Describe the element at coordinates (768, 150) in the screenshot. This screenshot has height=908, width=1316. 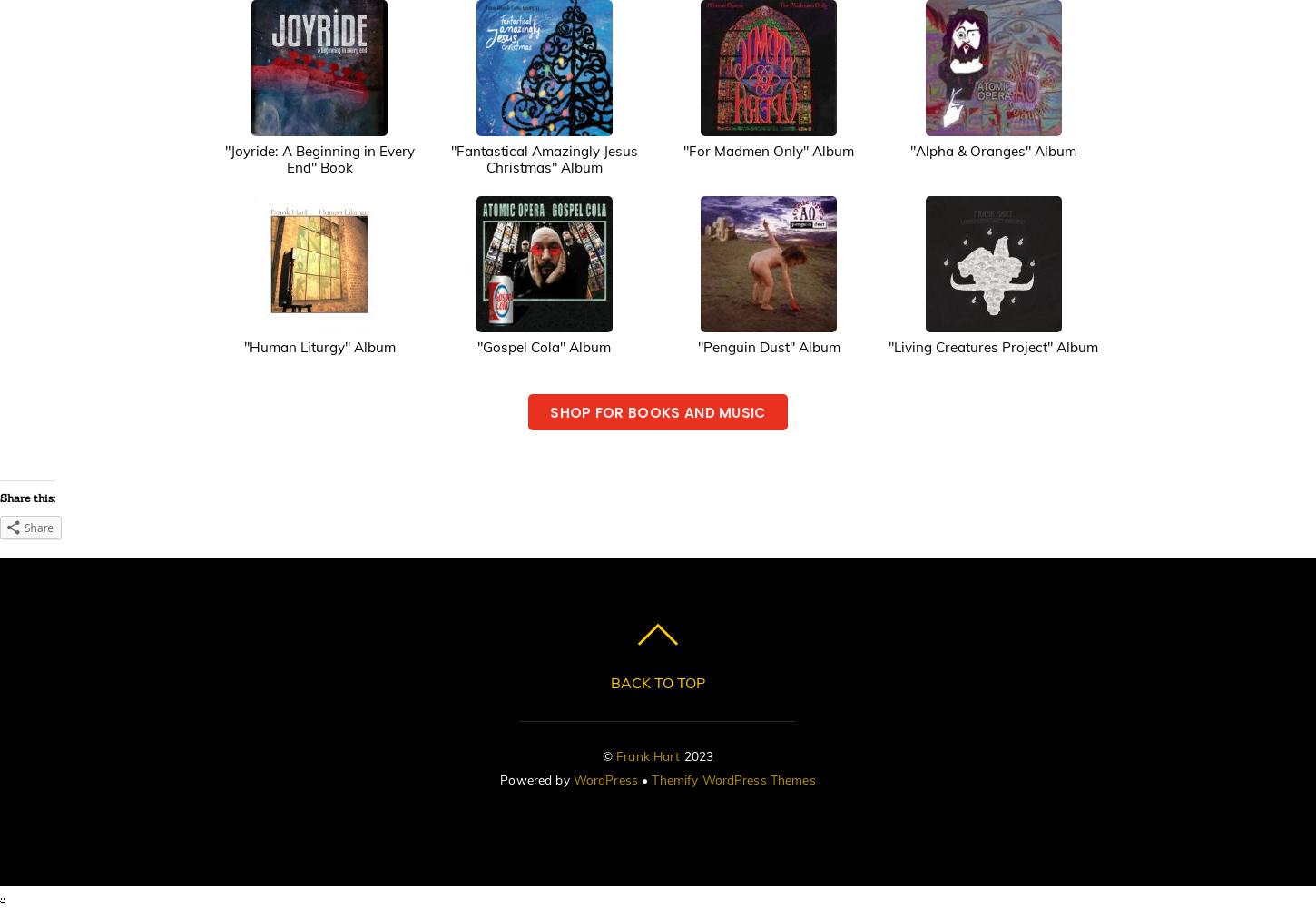
I see `'"For Madmen Only" Album'` at that location.